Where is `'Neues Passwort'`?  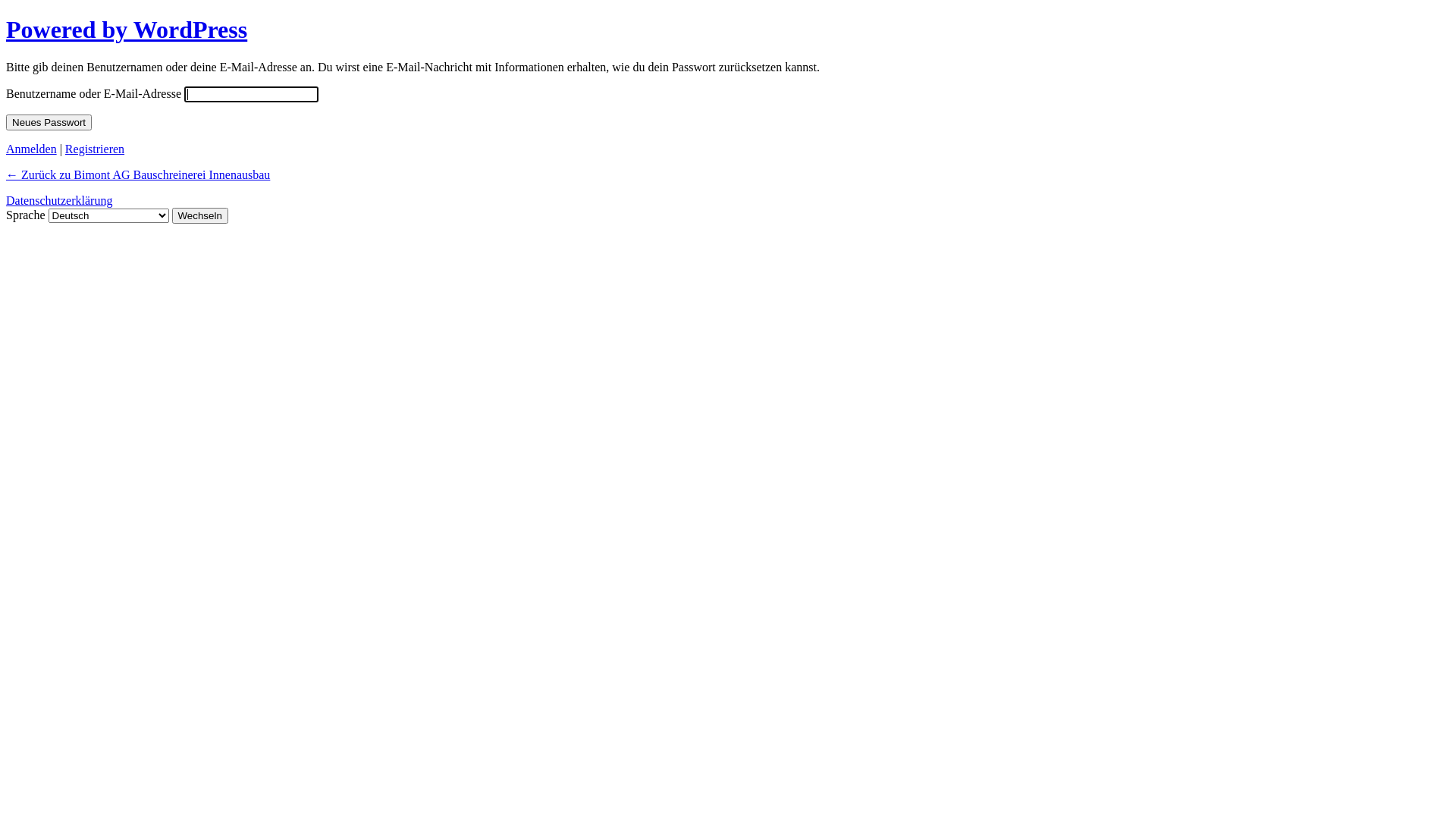
'Neues Passwort' is located at coordinates (49, 121).